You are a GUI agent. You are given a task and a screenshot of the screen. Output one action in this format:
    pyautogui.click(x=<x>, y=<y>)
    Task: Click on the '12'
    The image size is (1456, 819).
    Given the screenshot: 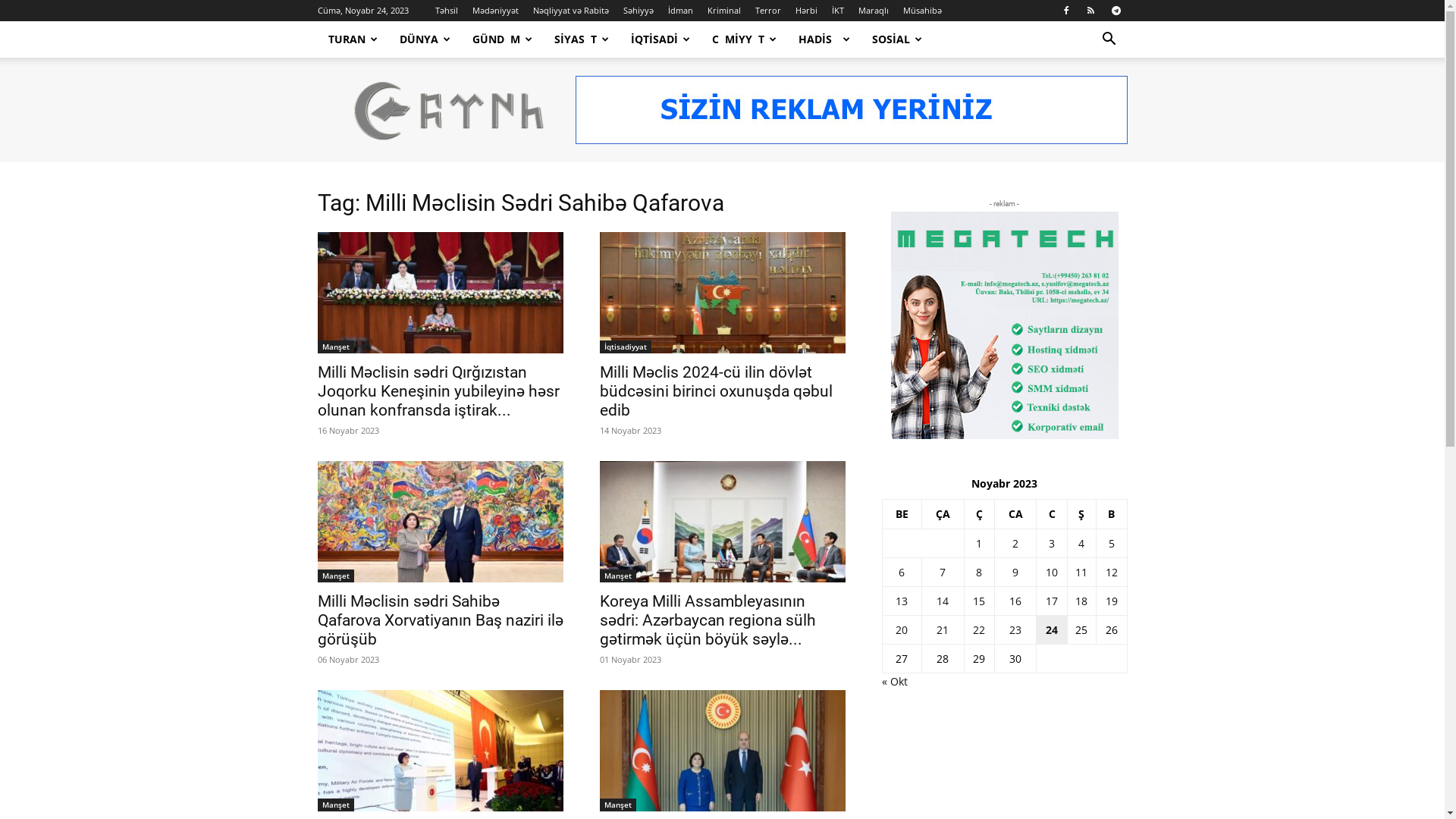 What is the action you would take?
    pyautogui.click(x=1111, y=572)
    